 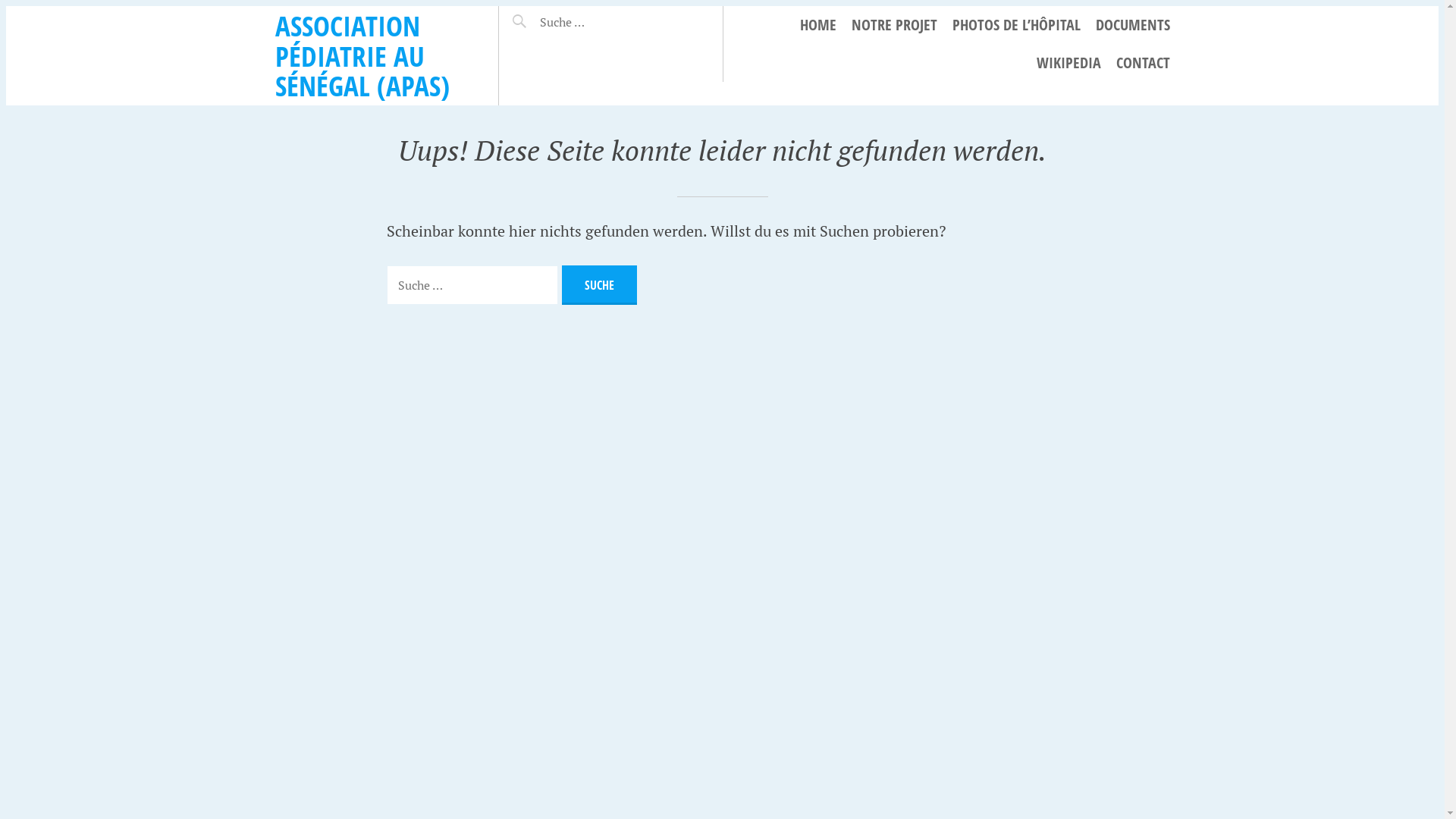 I want to click on 'WIKIPEDIA', so click(x=1067, y=62).